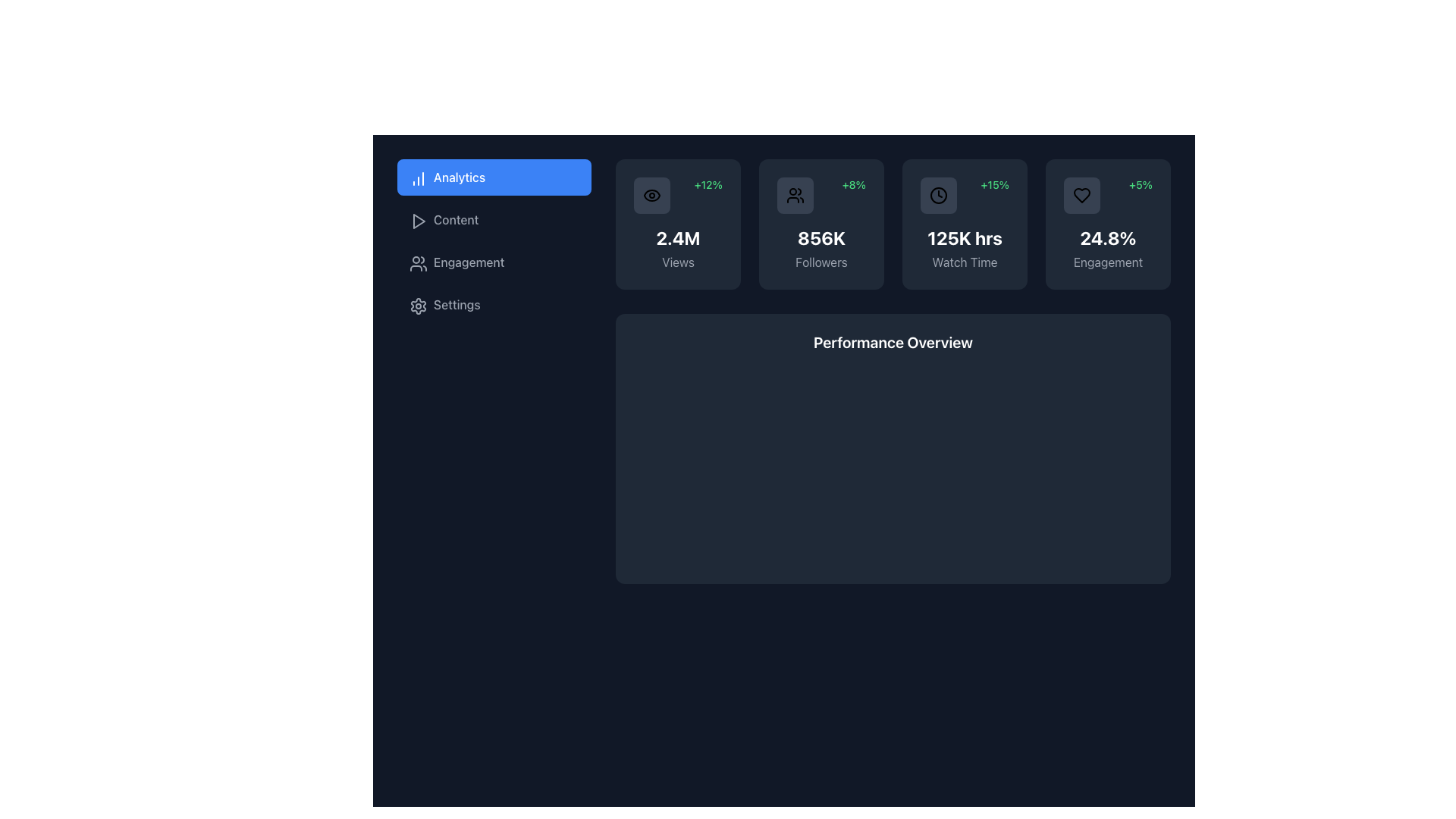 This screenshot has height=819, width=1456. Describe the element at coordinates (1081, 195) in the screenshot. I see `the heart-shaped icon within the dark gray, rounded rectangle located at the top-right corner of the dashboard view` at that location.